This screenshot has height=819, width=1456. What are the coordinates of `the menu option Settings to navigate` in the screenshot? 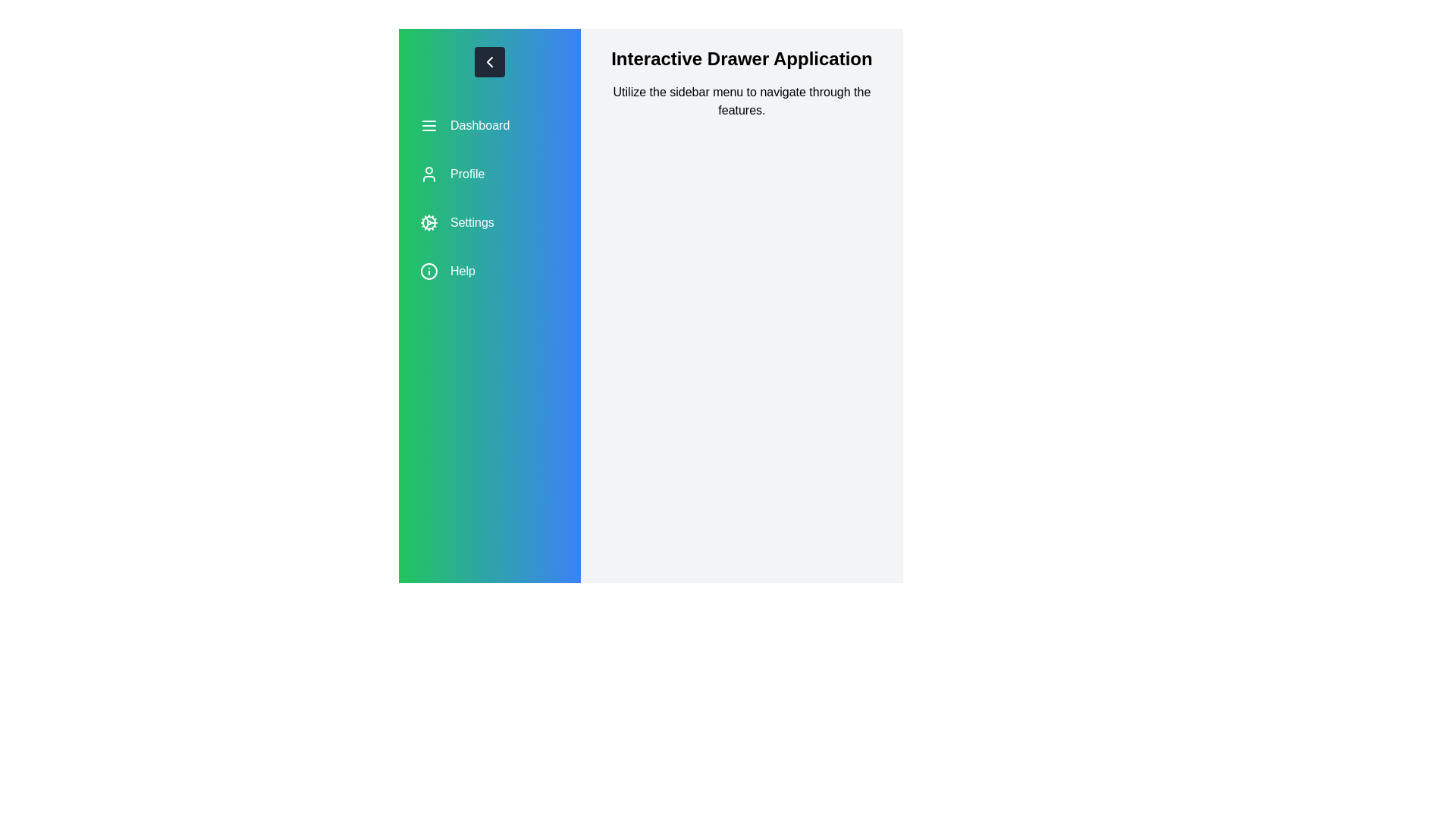 It's located at (489, 222).